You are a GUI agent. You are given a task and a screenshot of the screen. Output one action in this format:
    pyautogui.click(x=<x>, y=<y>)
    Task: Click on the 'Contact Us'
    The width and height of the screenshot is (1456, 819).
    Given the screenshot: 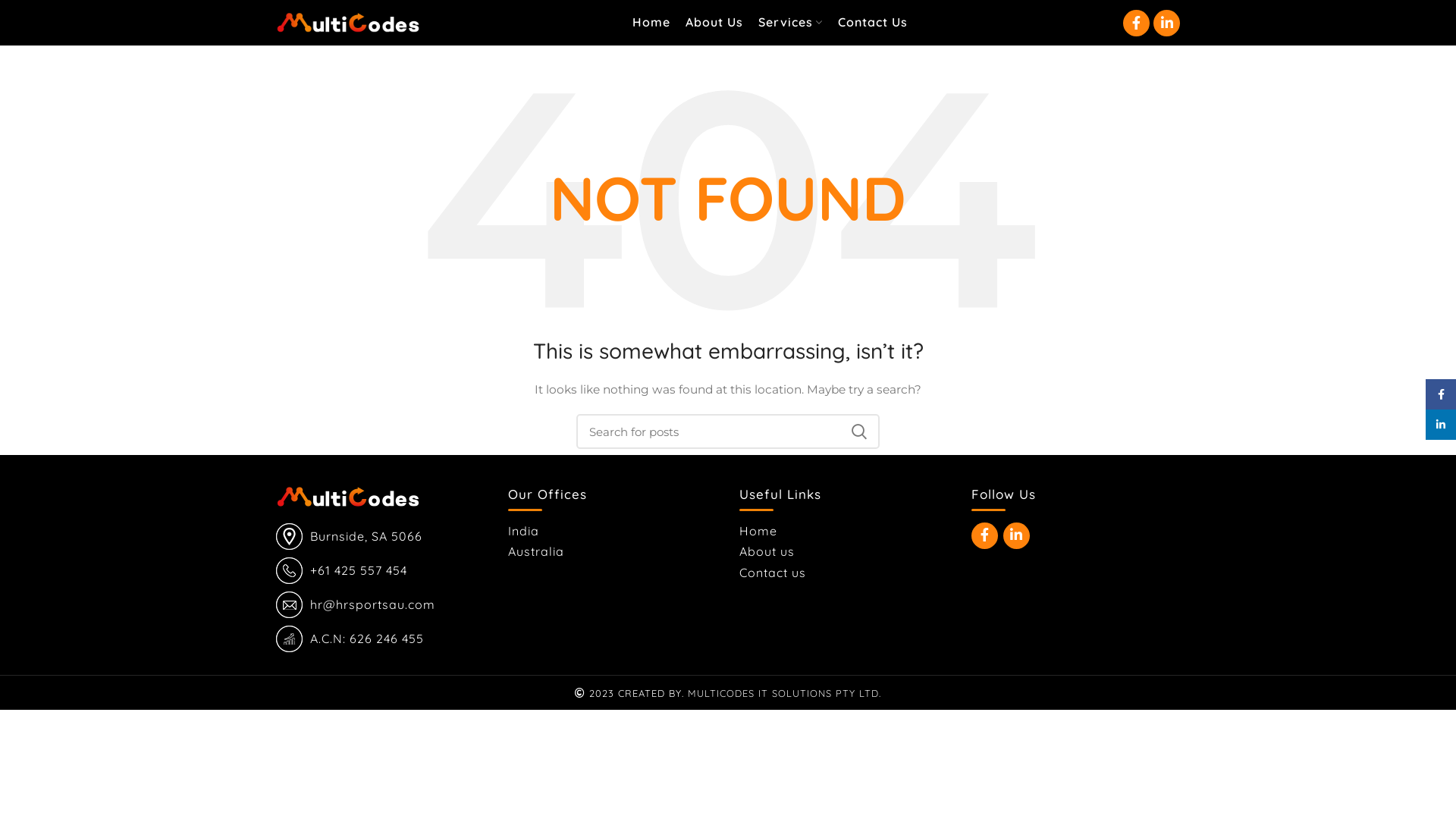 What is the action you would take?
    pyautogui.click(x=872, y=23)
    